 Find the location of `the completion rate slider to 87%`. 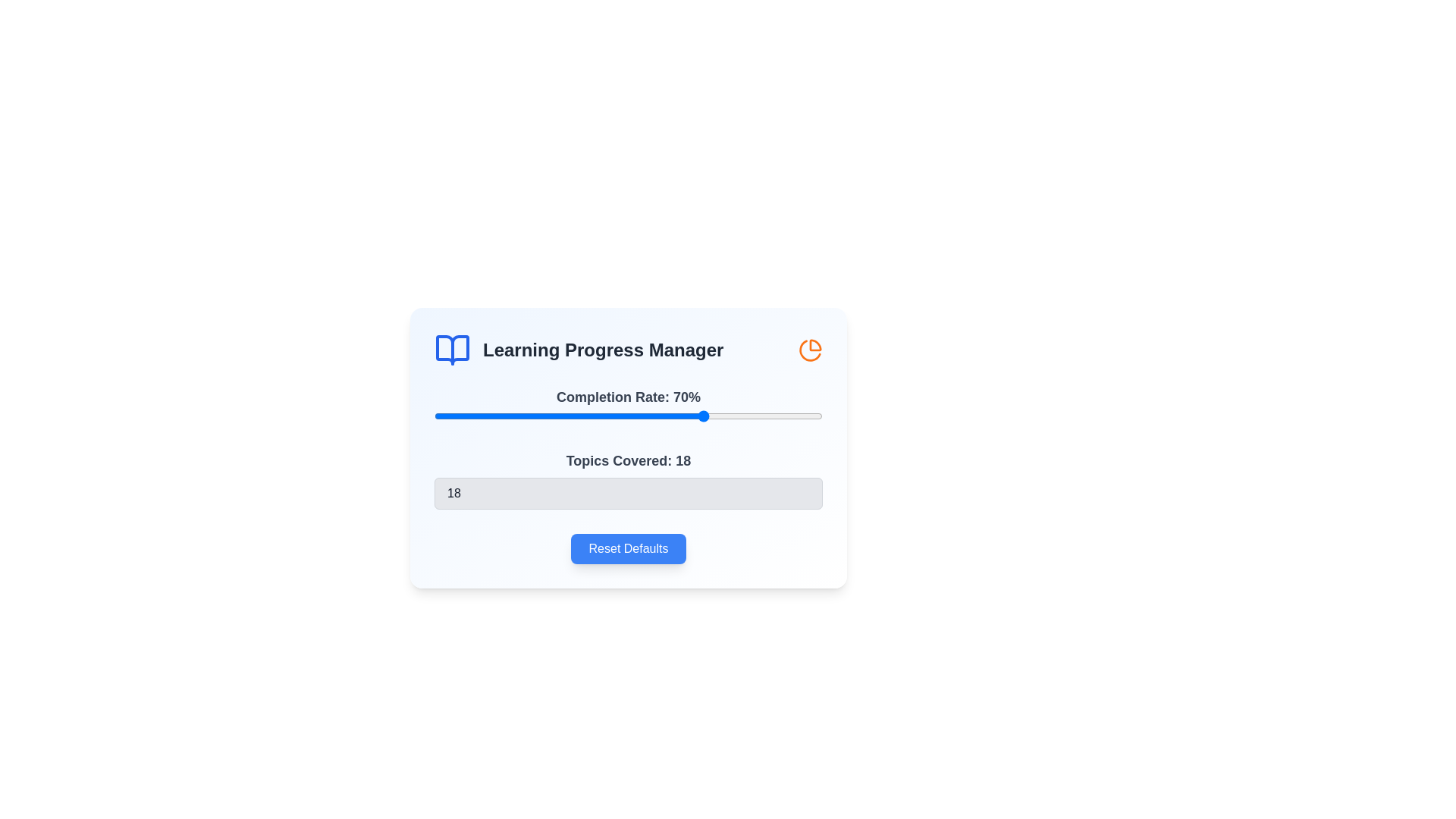

the completion rate slider to 87% is located at coordinates (772, 416).